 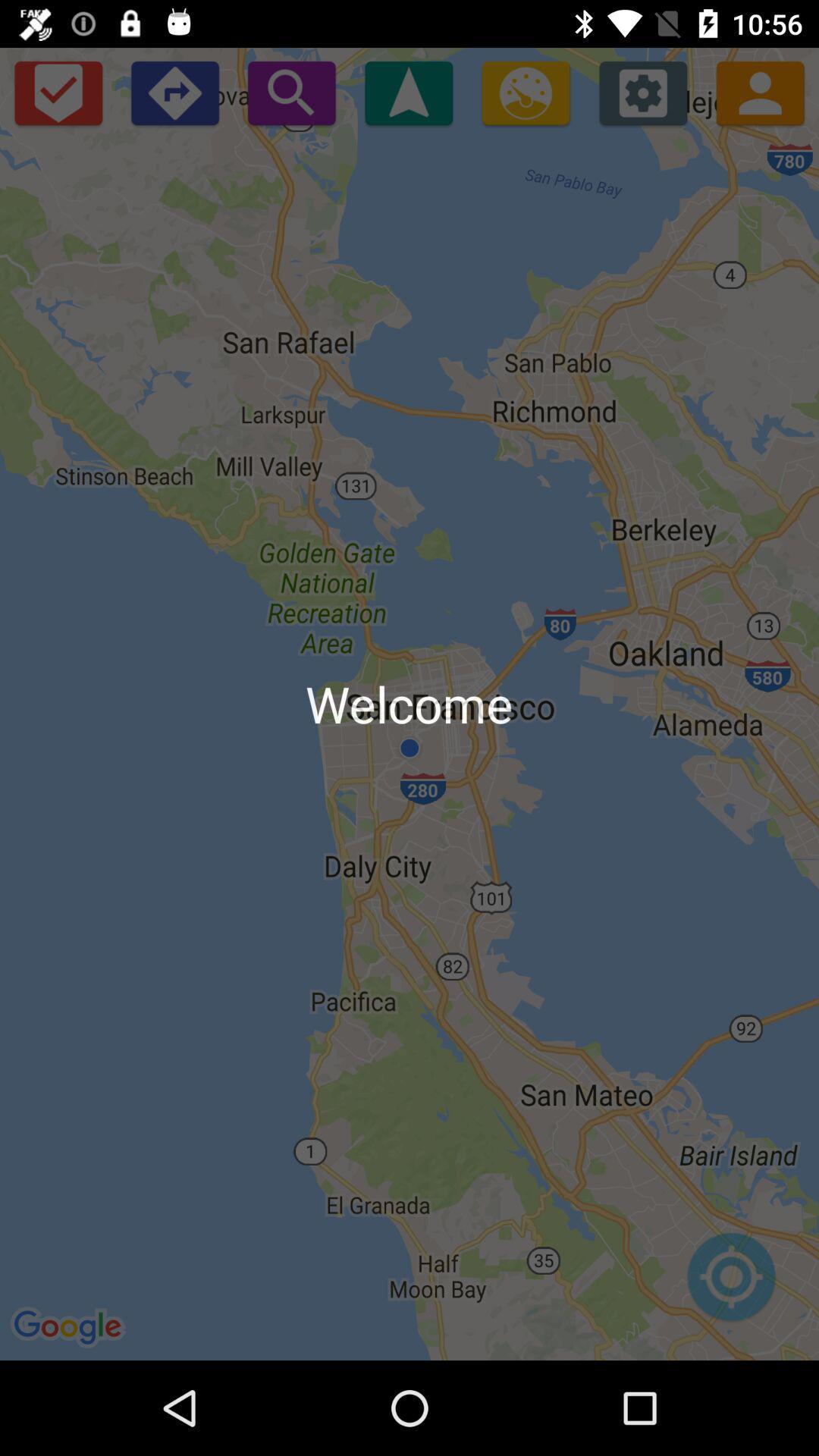 What do you see at coordinates (525, 92) in the screenshot?
I see `app above the welcome` at bounding box center [525, 92].